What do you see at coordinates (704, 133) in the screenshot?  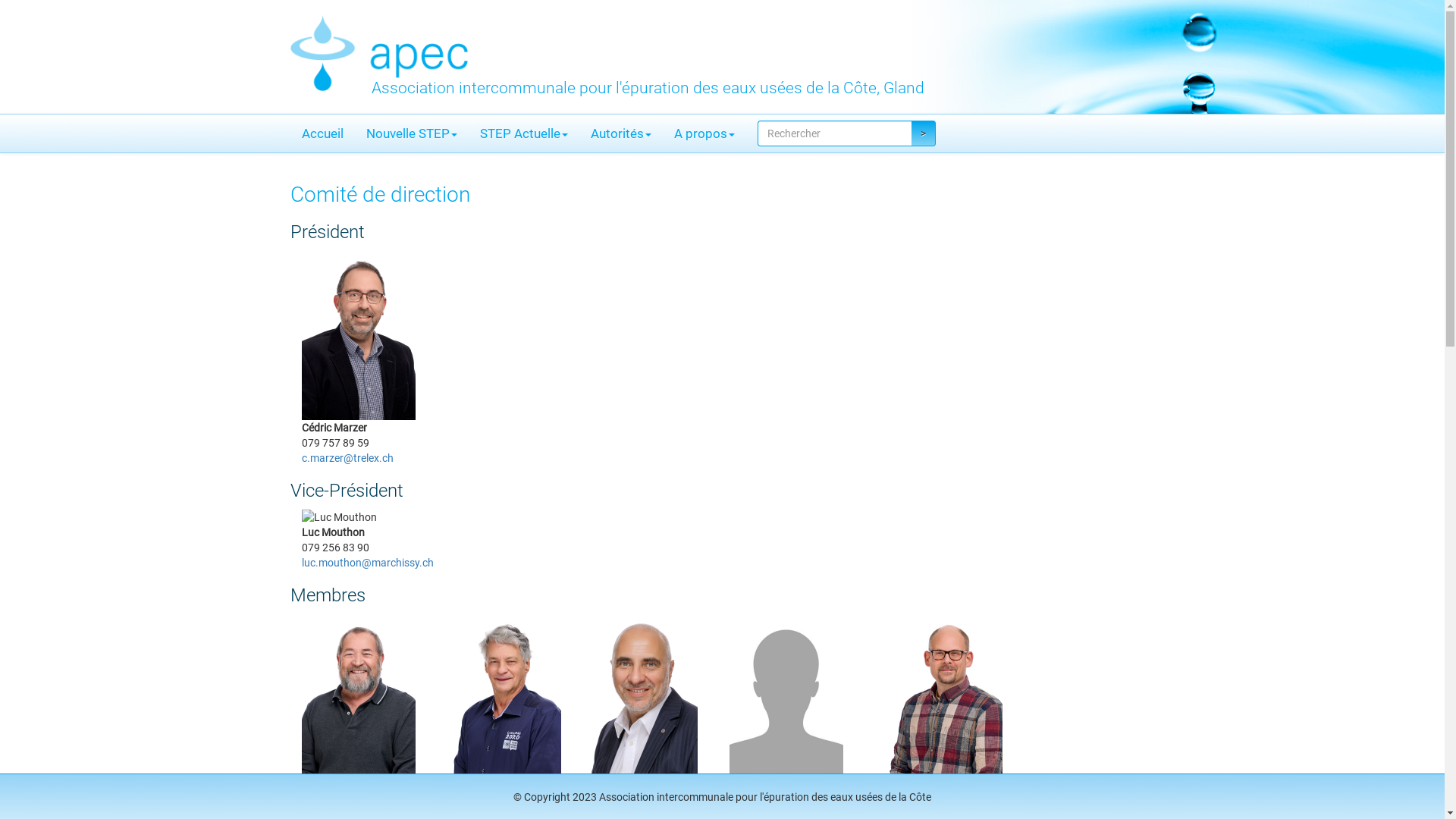 I see `'A propos'` at bounding box center [704, 133].